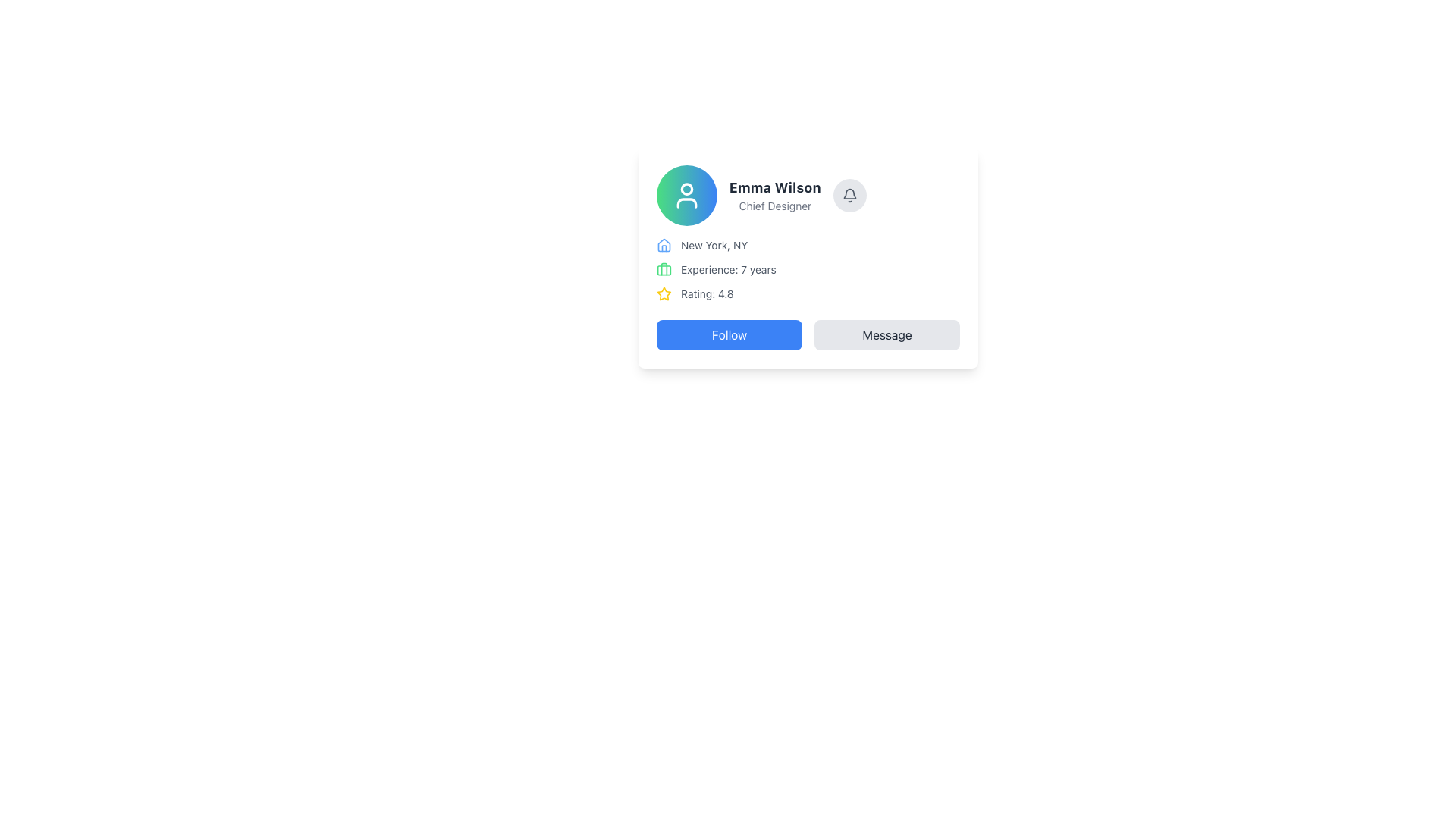  What do you see at coordinates (686, 195) in the screenshot?
I see `the user figure icon styled in white, enclosed within a circular frame with a gradient background transitioning from green to blue, located at the top left of the card containing user details` at bounding box center [686, 195].